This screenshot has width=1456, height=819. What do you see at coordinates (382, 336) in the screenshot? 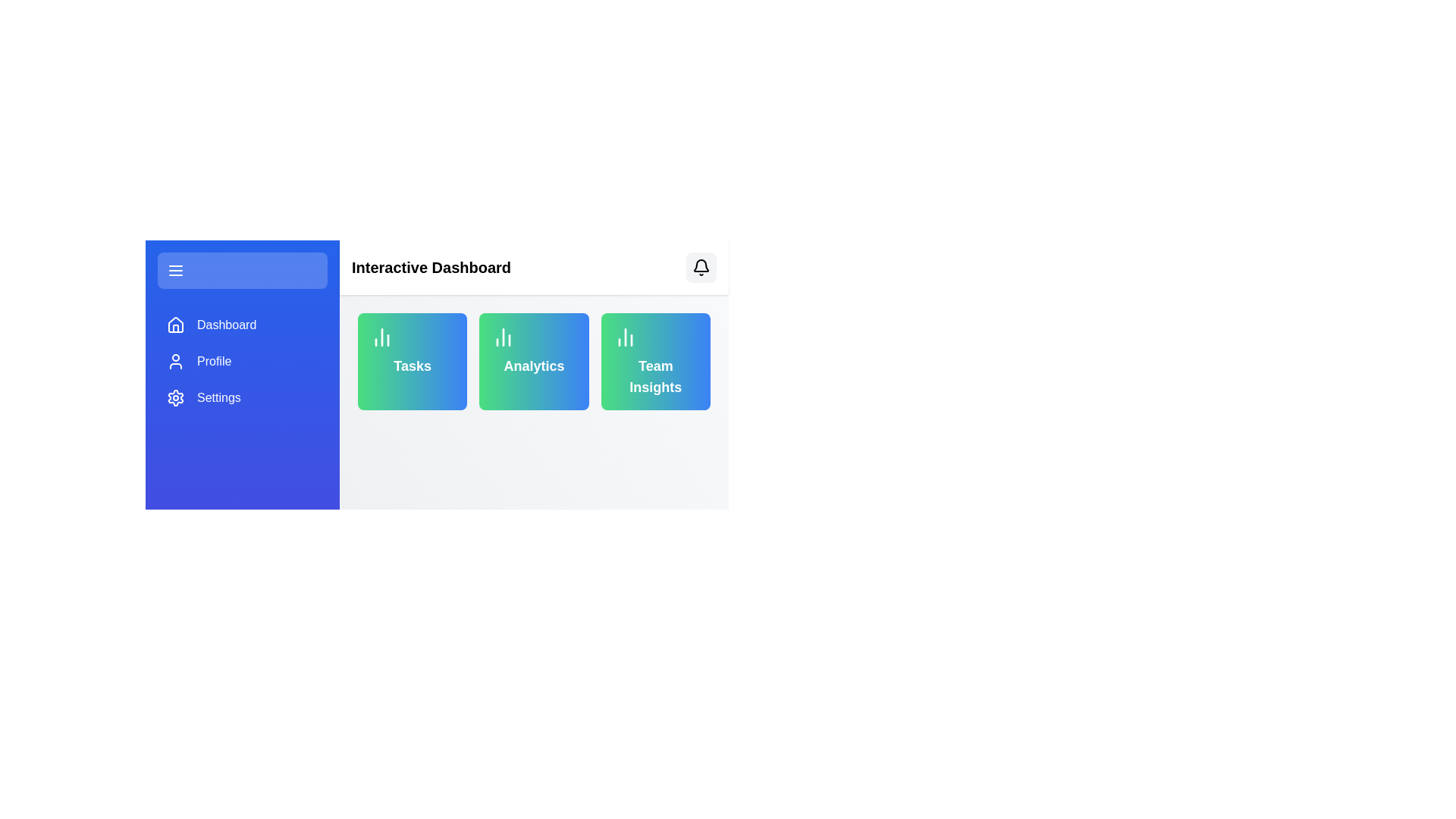
I see `the decorative 'Tasks' icon located in the upper-left area of the 'Tasks' card in the second column of the main dashboard grid` at bounding box center [382, 336].